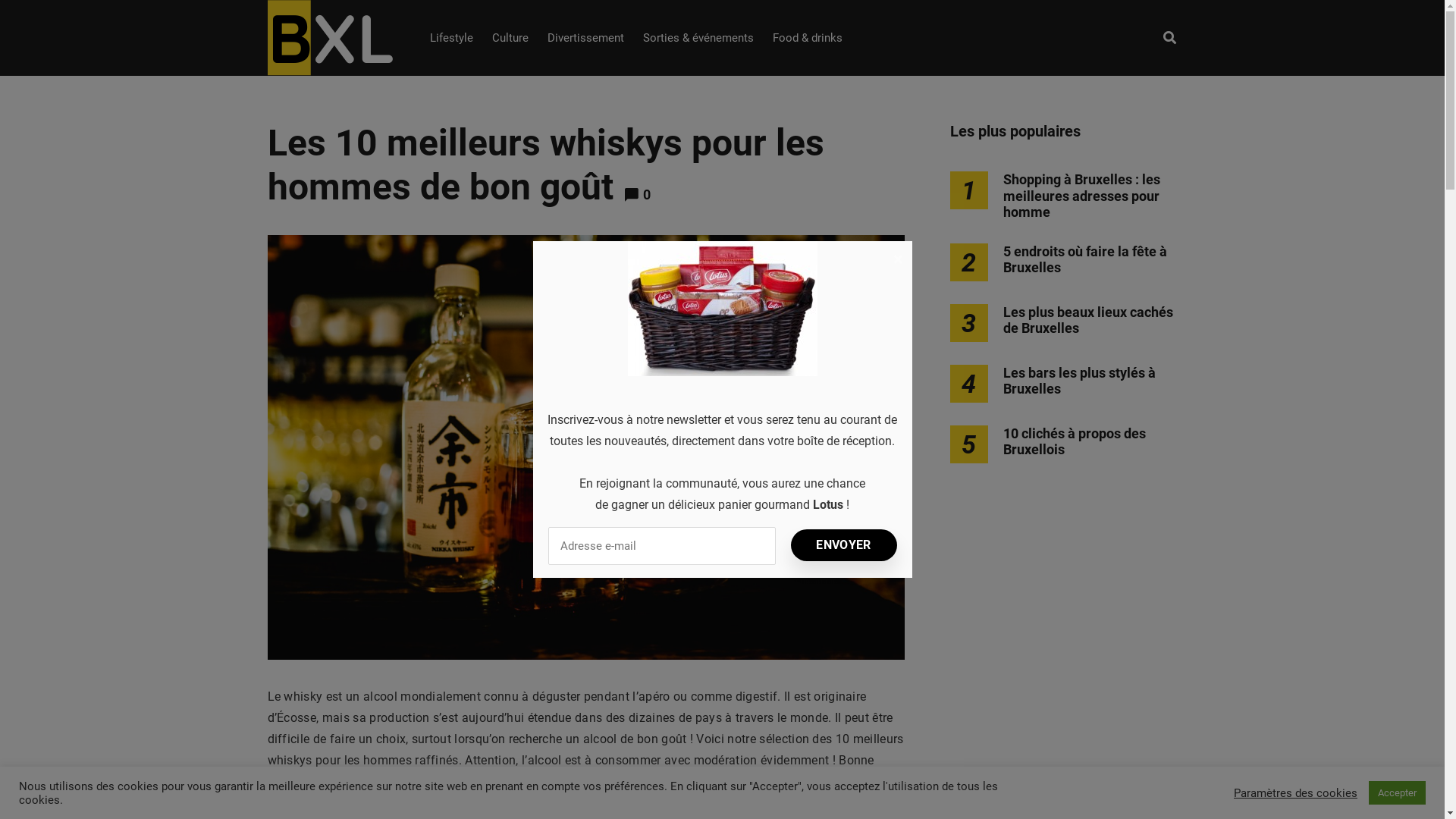 Image resolution: width=1456 pixels, height=819 pixels. I want to click on 'Lifestyle', so click(428, 37).